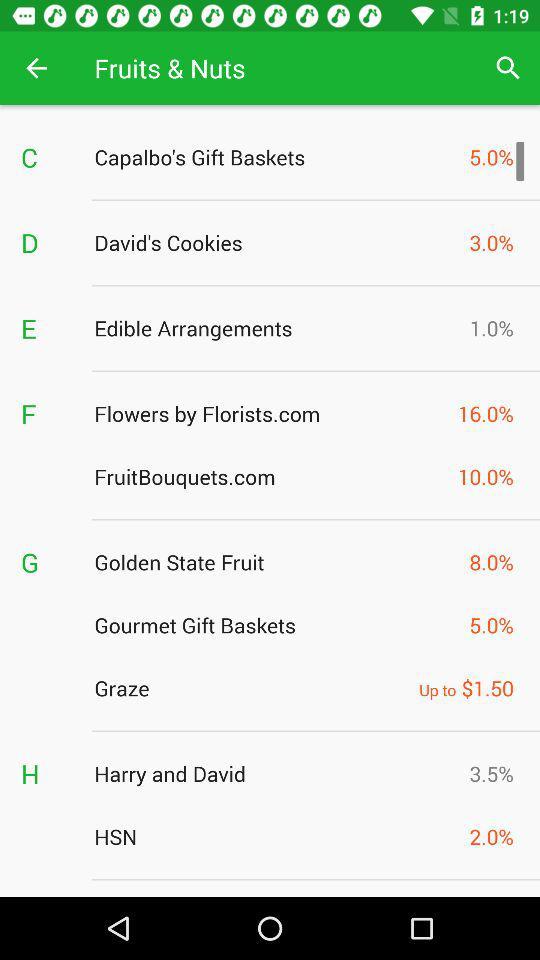 The height and width of the screenshot is (960, 540). Describe the element at coordinates (251, 688) in the screenshot. I see `the icon next to up to 1` at that location.